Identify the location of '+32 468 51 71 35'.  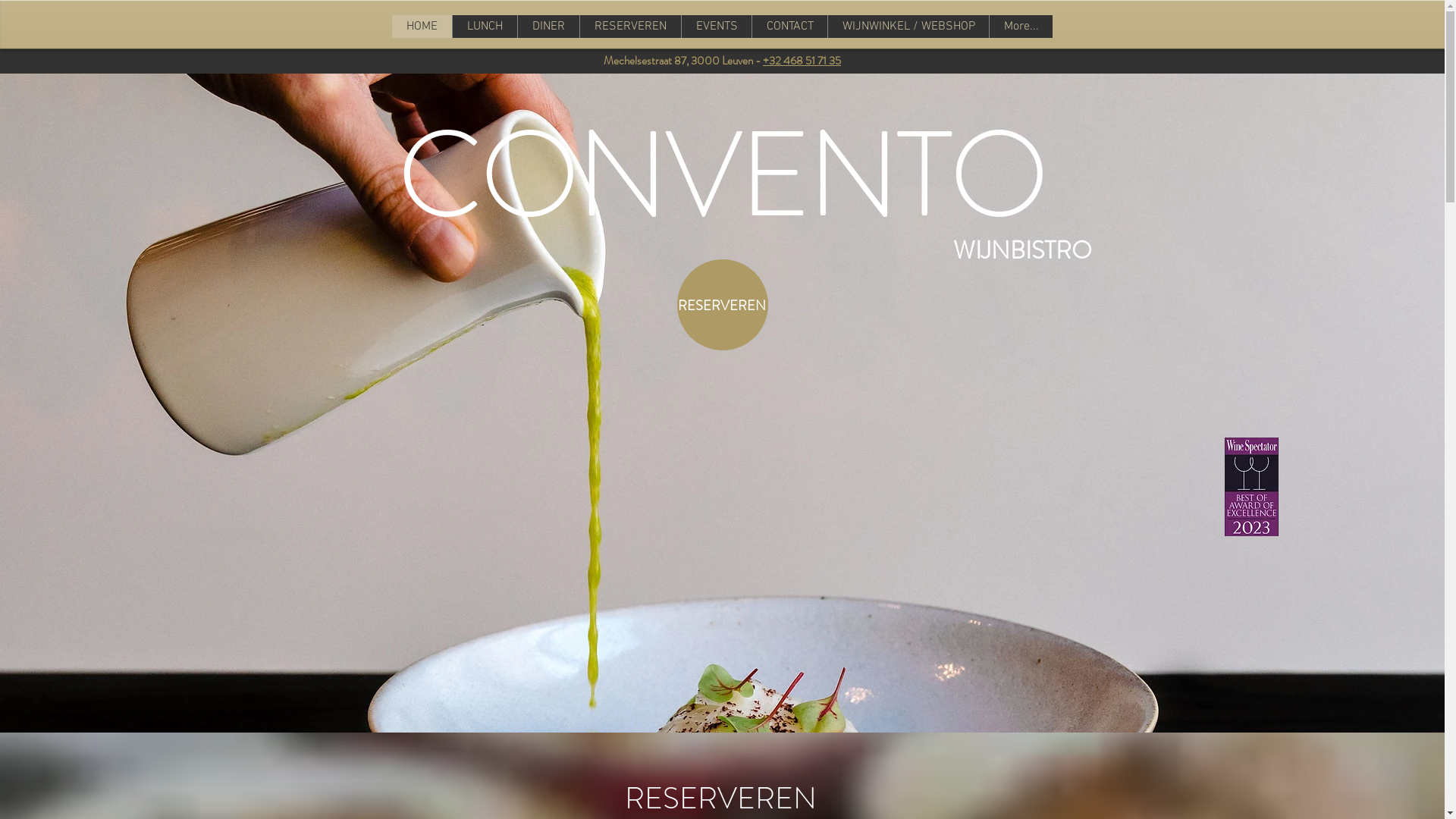
(801, 60).